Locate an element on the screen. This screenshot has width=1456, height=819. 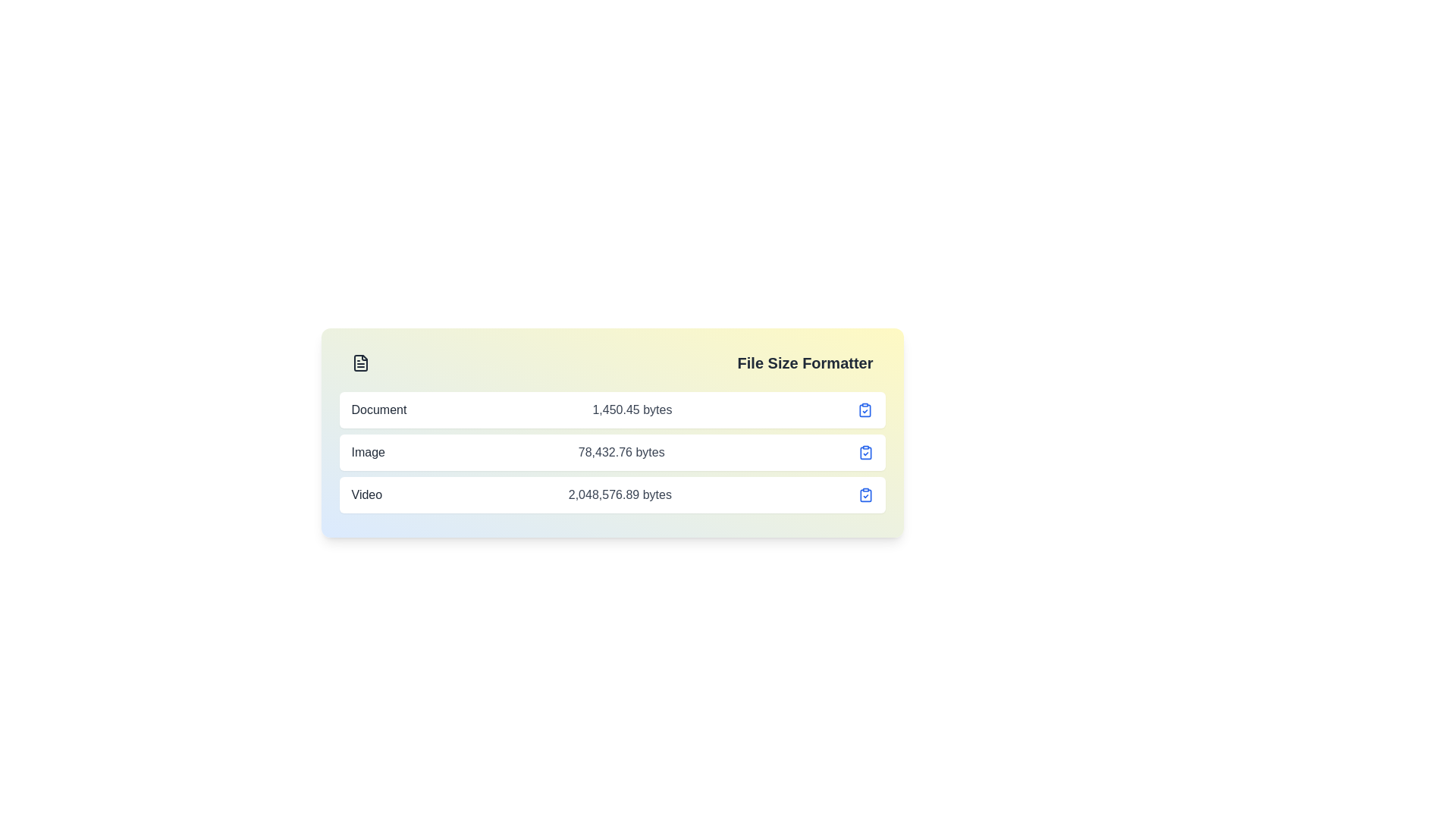
the text display that shows the file size for the image, which is located in the second row, to the right of the text 'Image' is located at coordinates (621, 452).